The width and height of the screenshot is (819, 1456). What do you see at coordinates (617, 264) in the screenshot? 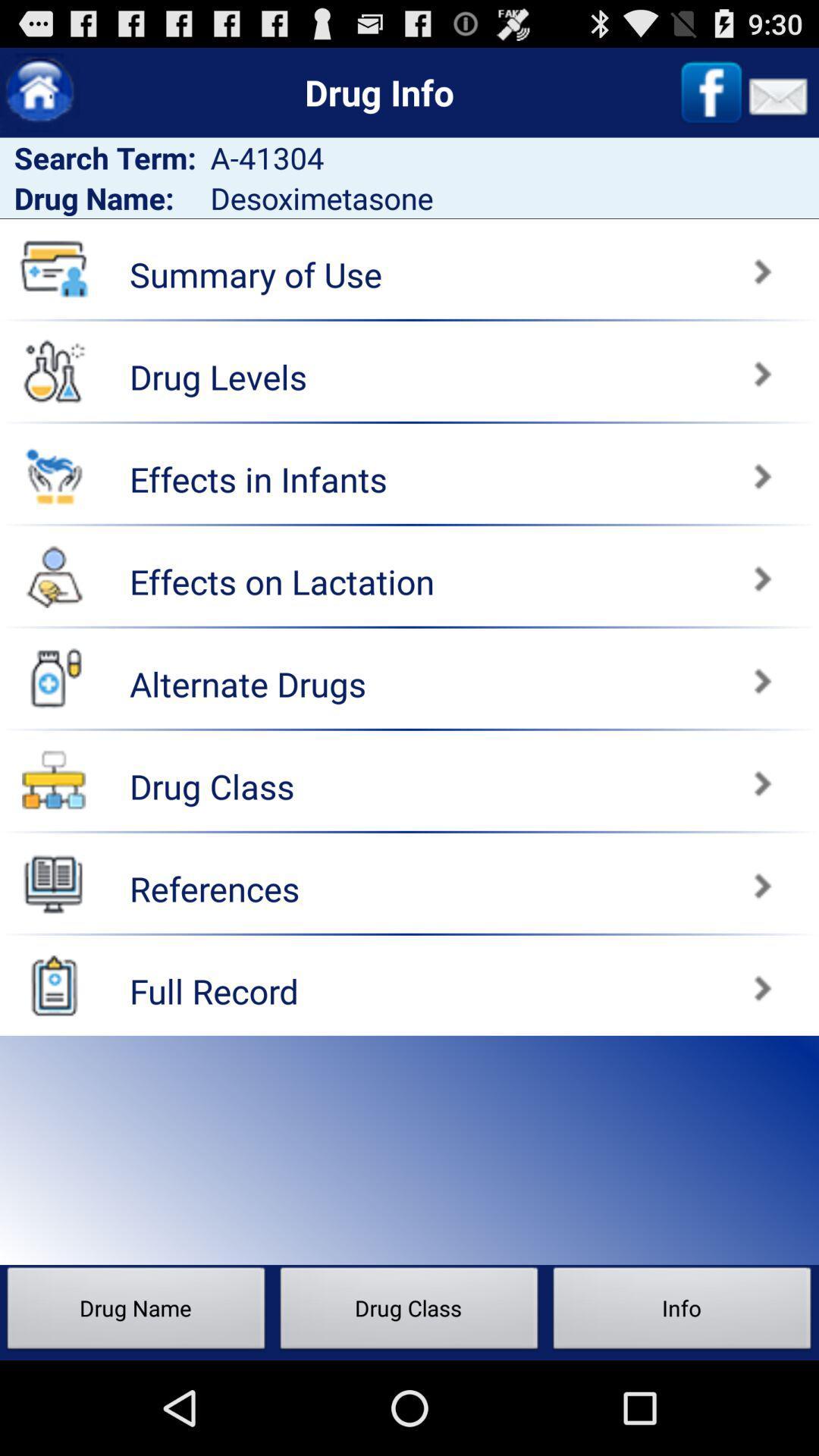
I see `open summary` at bounding box center [617, 264].